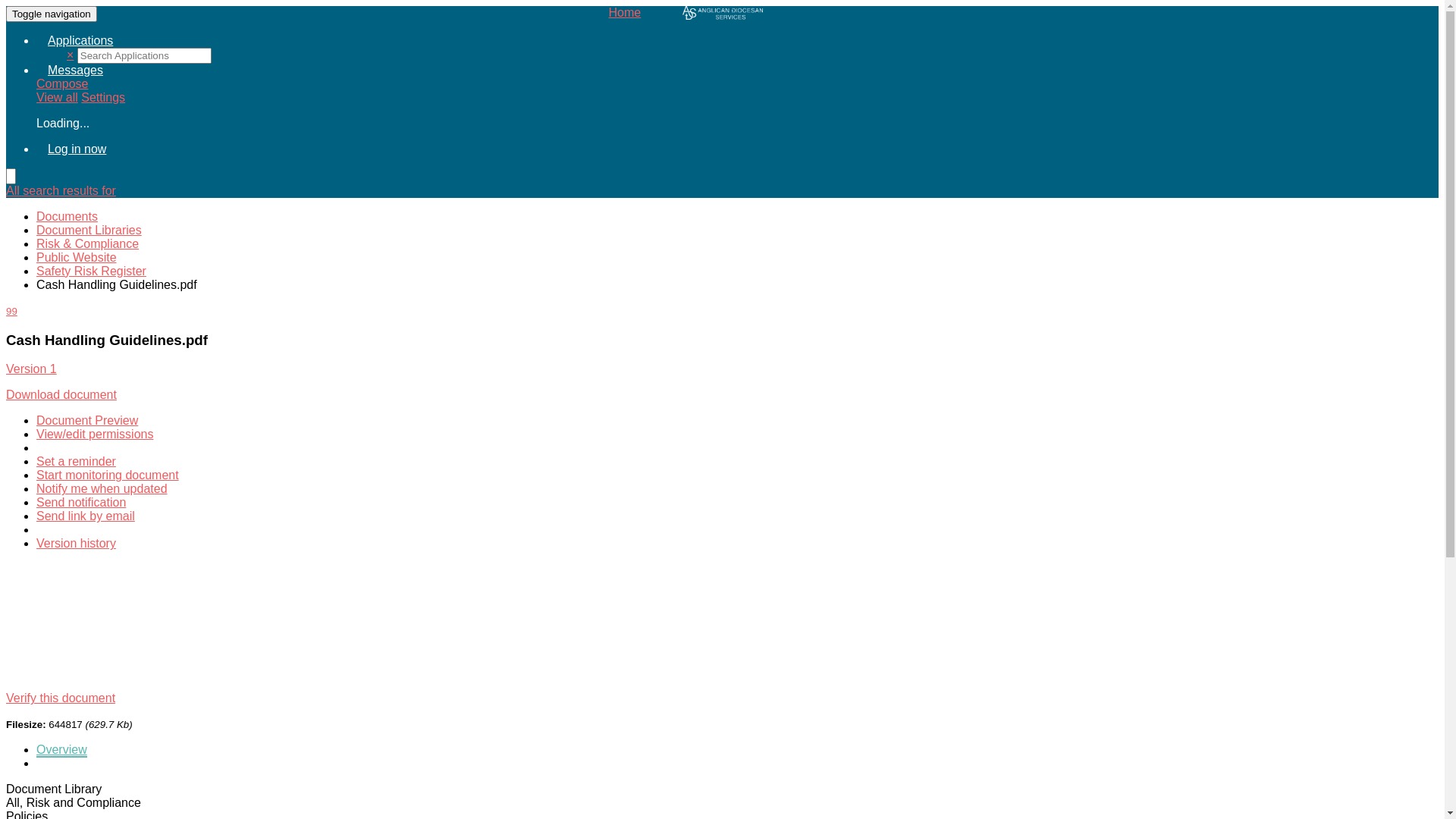 This screenshot has width=1456, height=819. Describe the element at coordinates (57, 97) in the screenshot. I see `'View all'` at that location.